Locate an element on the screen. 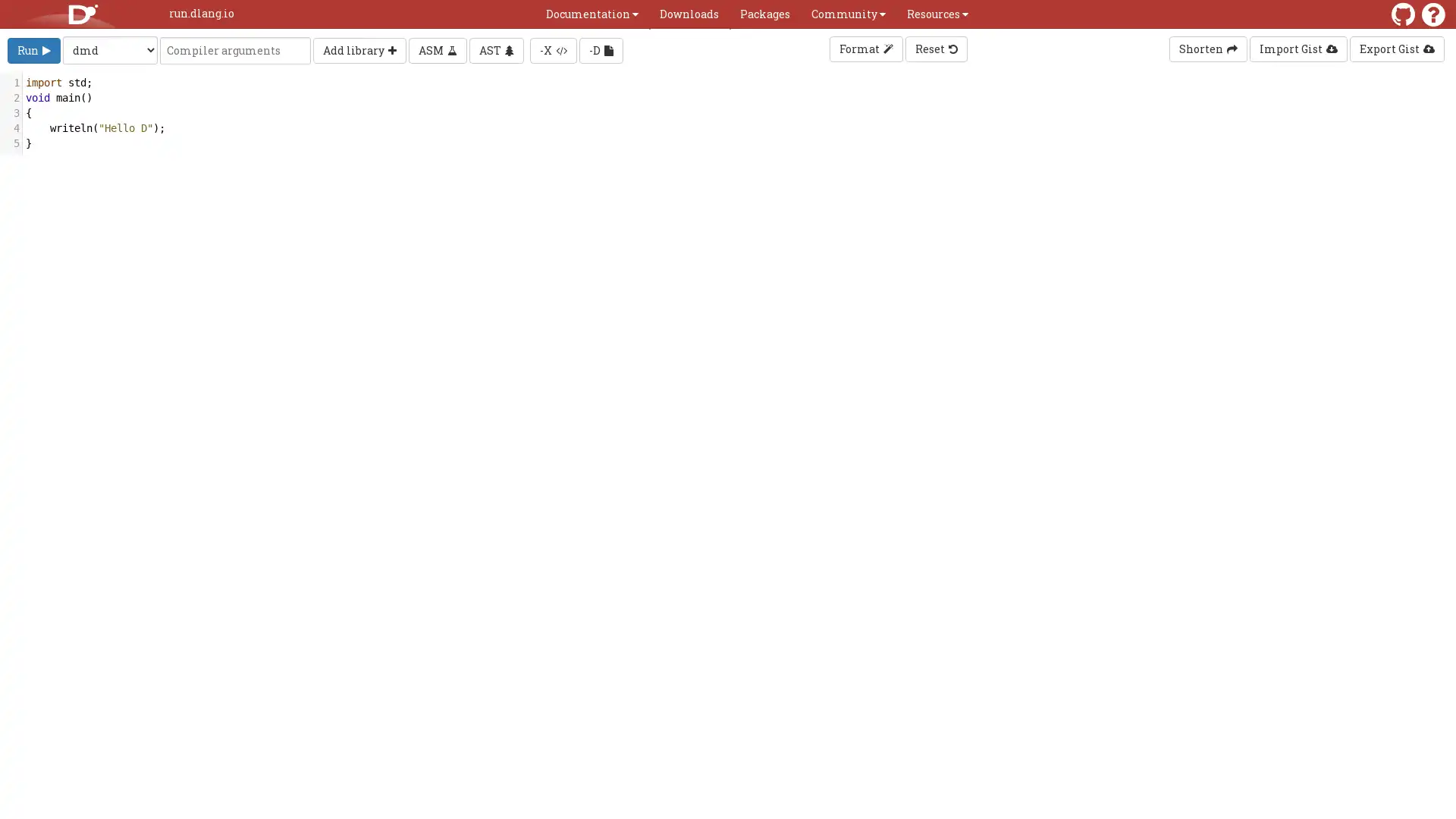 Image resolution: width=1456 pixels, height=819 pixels. Run is located at coordinates (33, 49).